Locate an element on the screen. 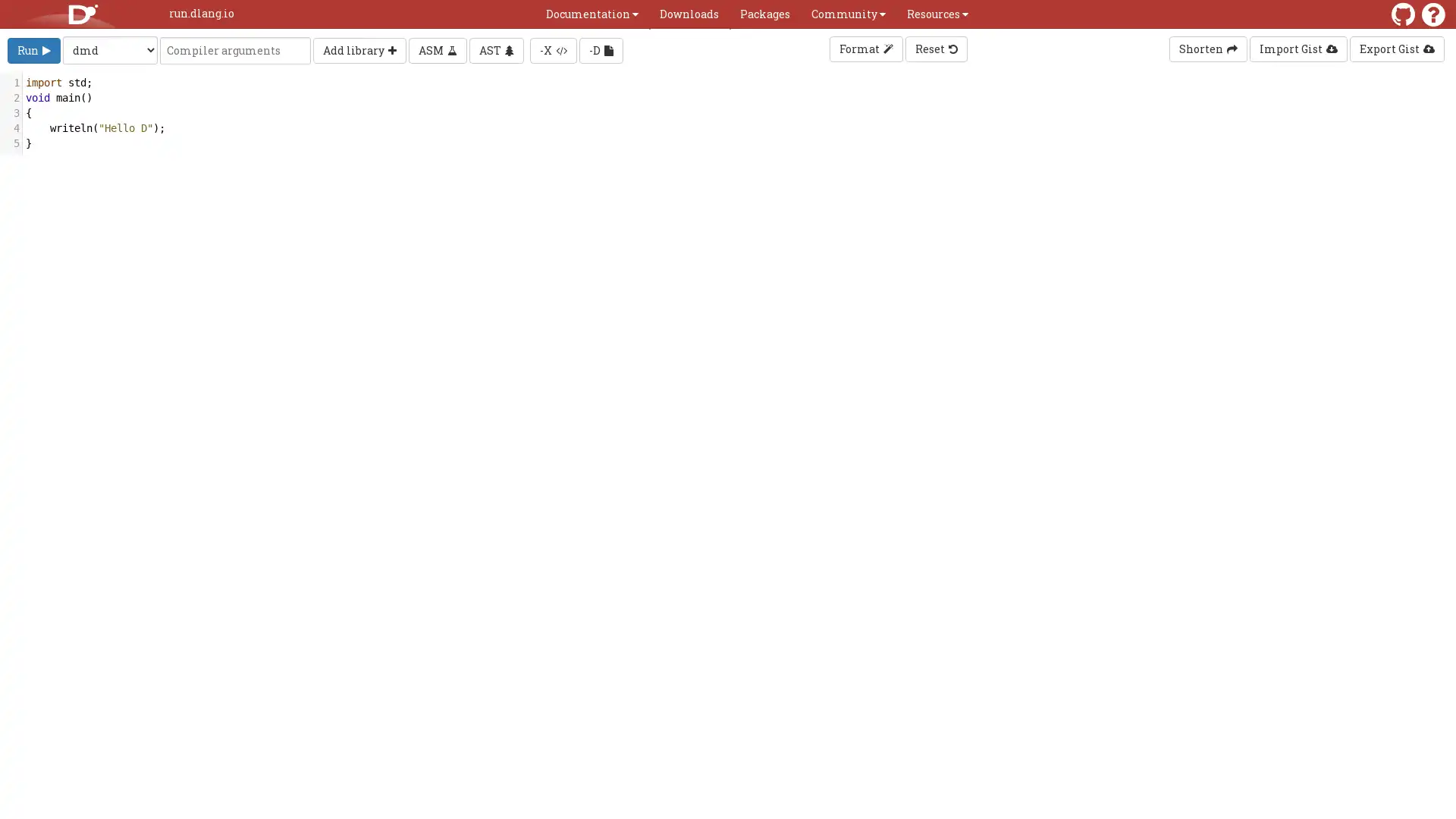 Image resolution: width=1456 pixels, height=819 pixels. Run is located at coordinates (33, 49).